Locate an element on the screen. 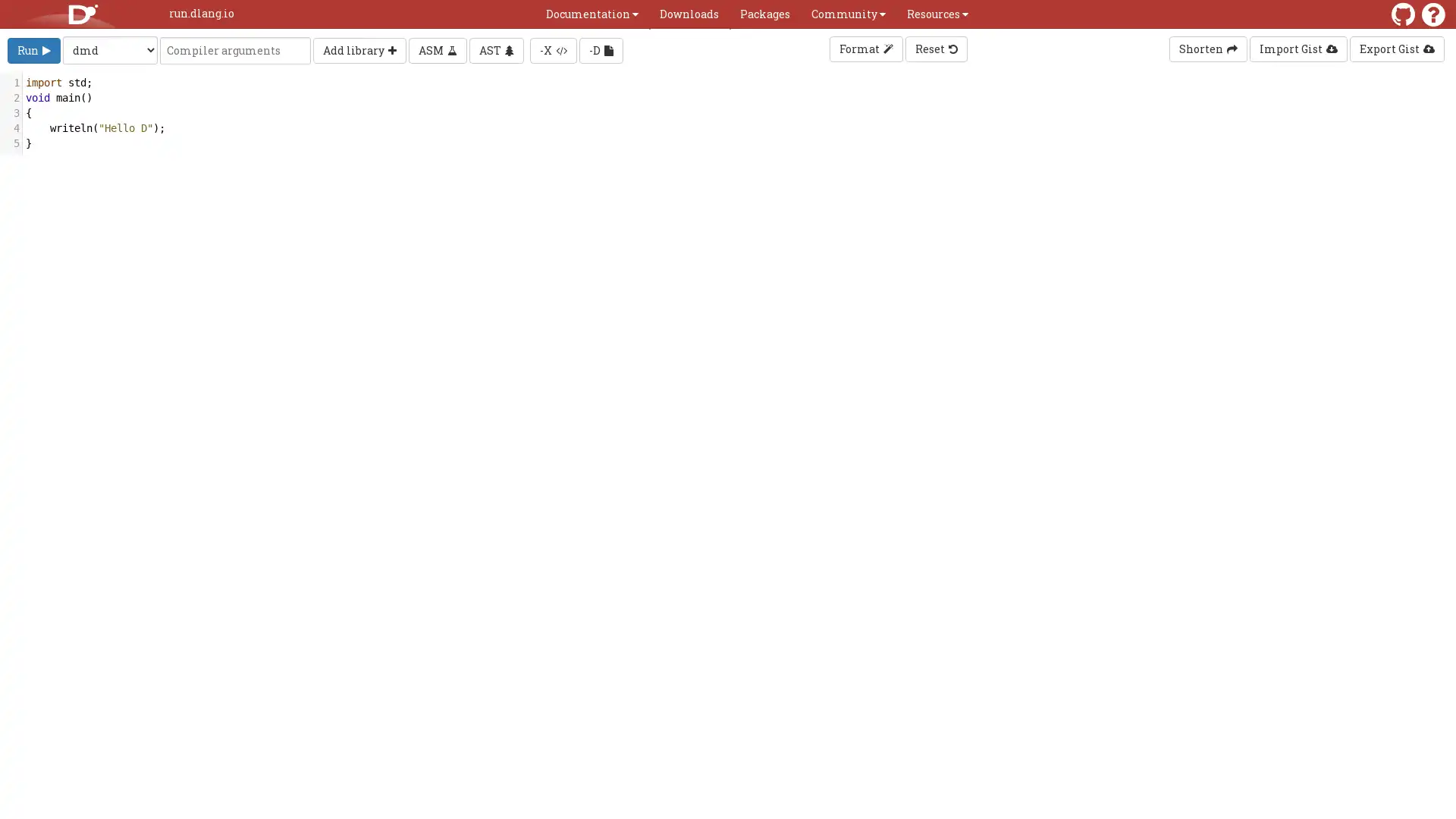 Image resolution: width=1456 pixels, height=819 pixels. Run is located at coordinates (33, 49).